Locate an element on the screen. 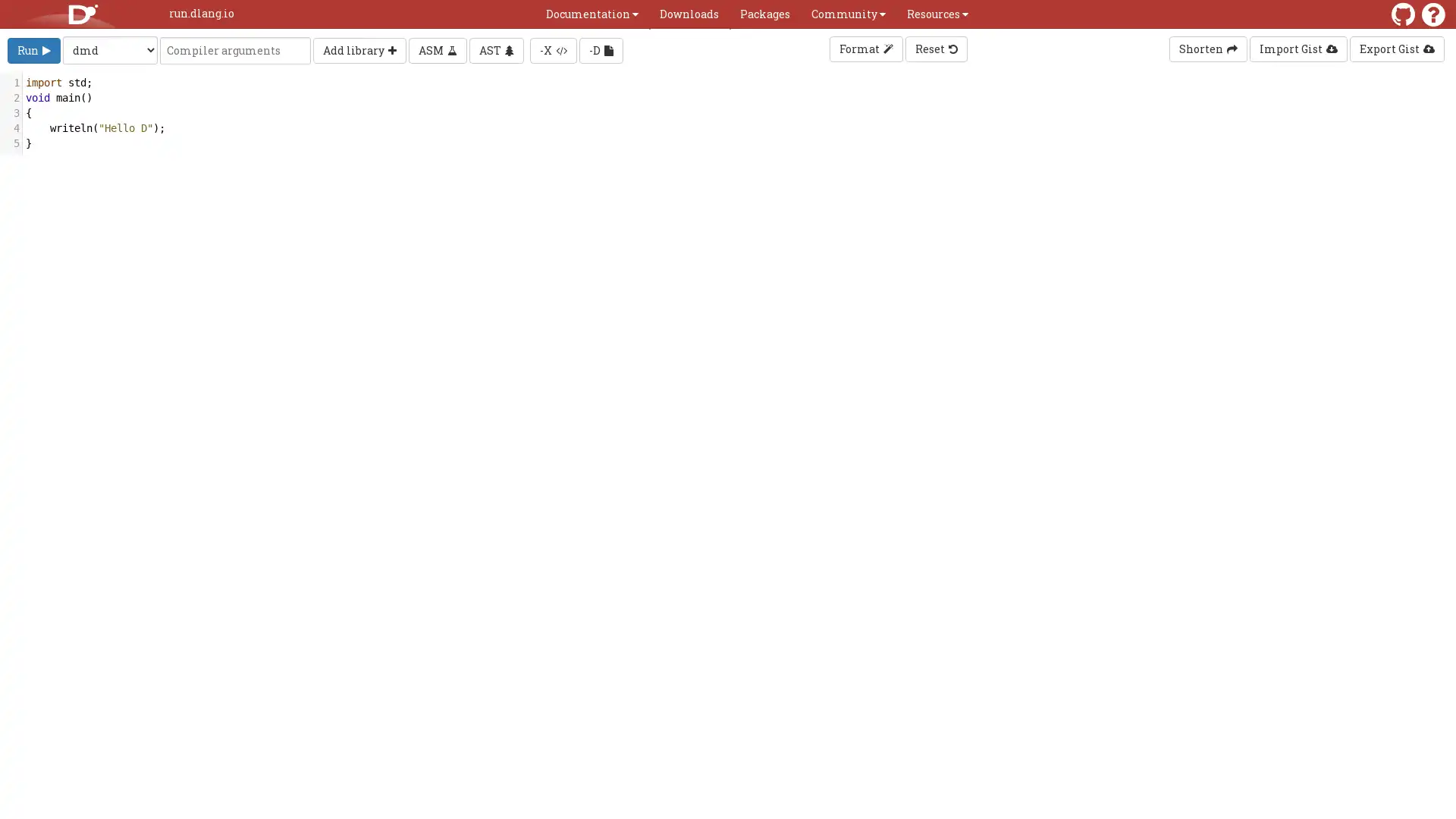 Image resolution: width=1456 pixels, height=819 pixels. Run is located at coordinates (33, 49).